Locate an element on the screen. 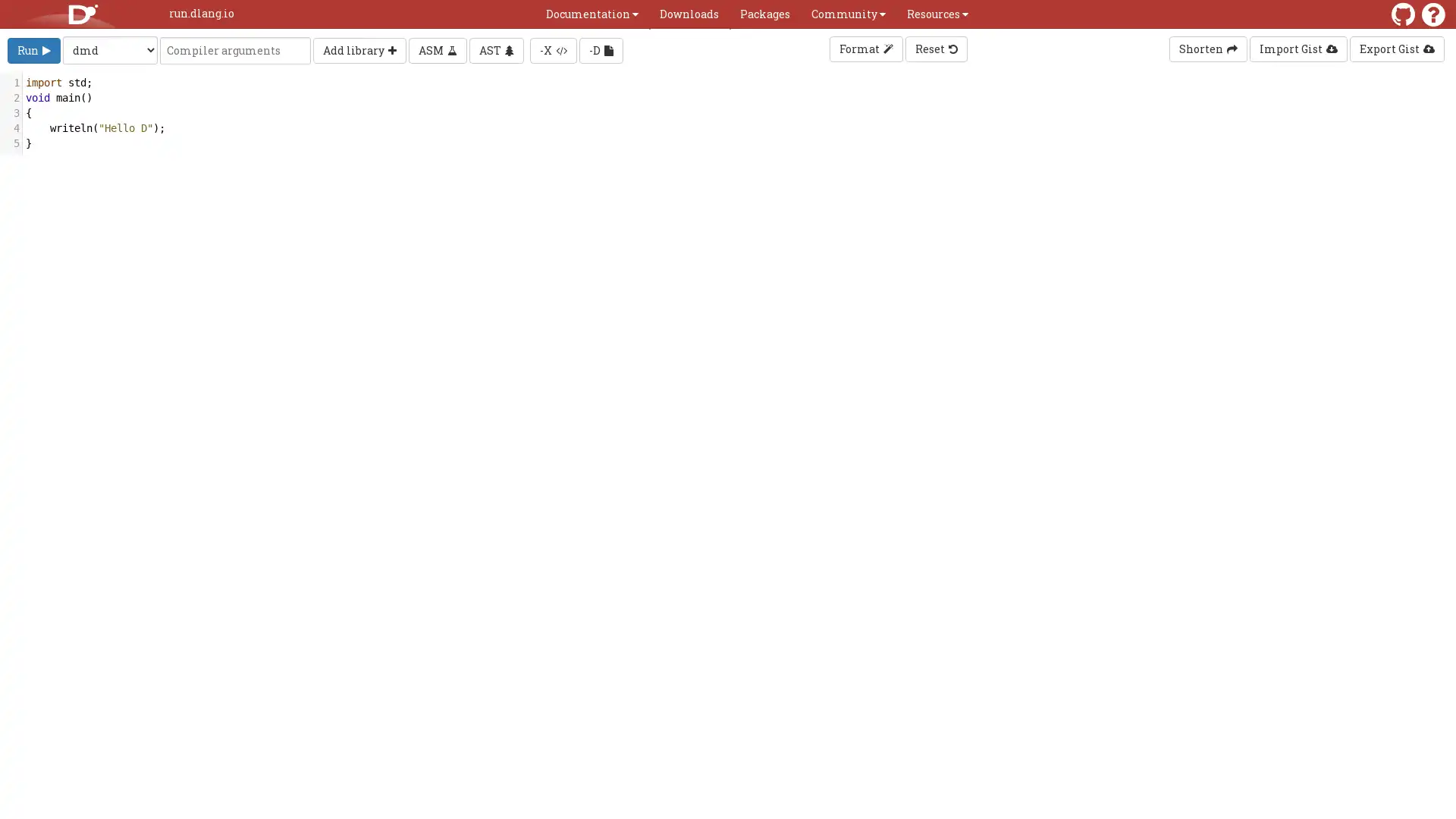 Image resolution: width=1456 pixels, height=819 pixels. Run is located at coordinates (33, 49).